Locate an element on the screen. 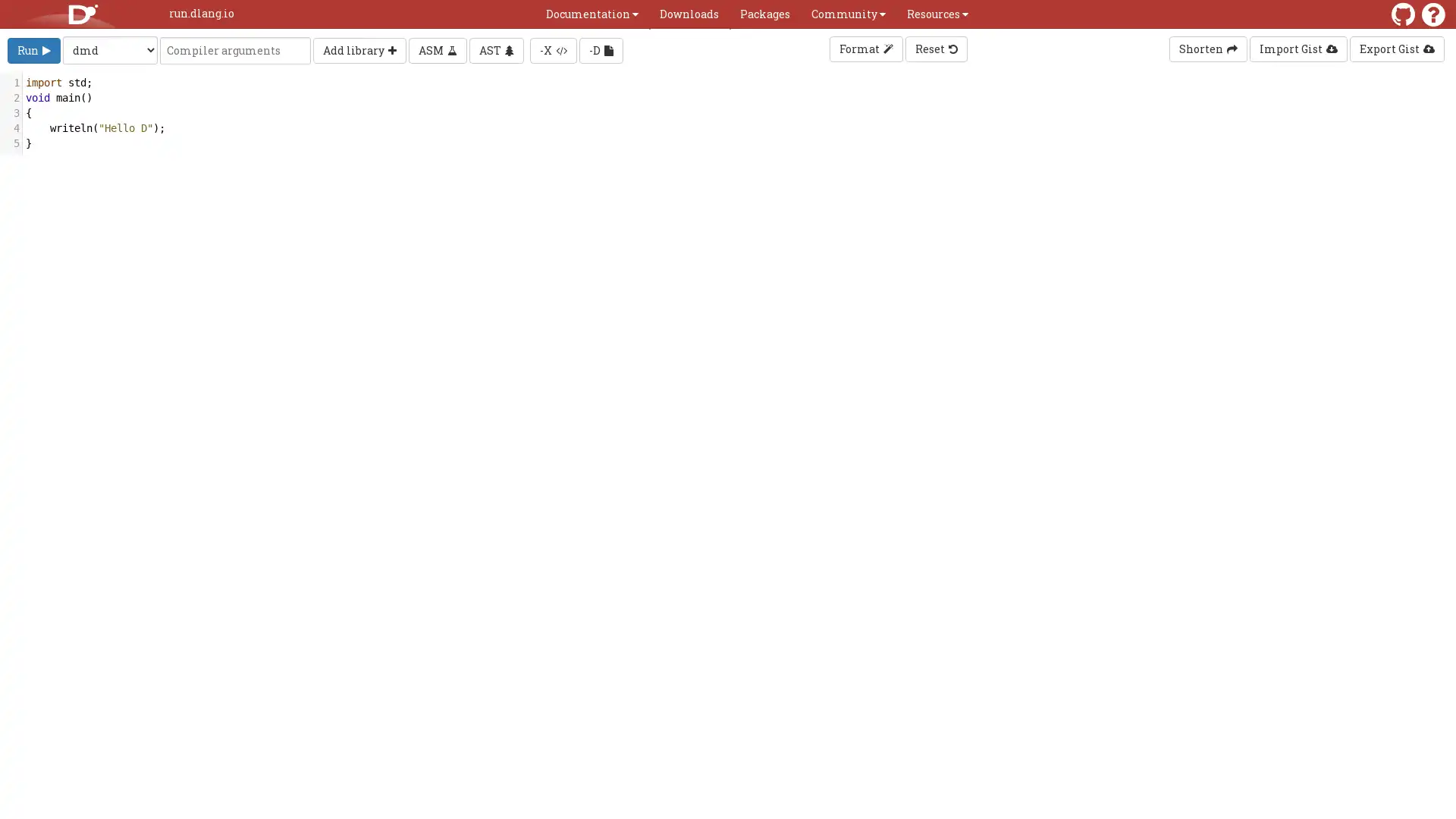 Image resolution: width=1456 pixels, height=819 pixels. Run is located at coordinates (33, 49).